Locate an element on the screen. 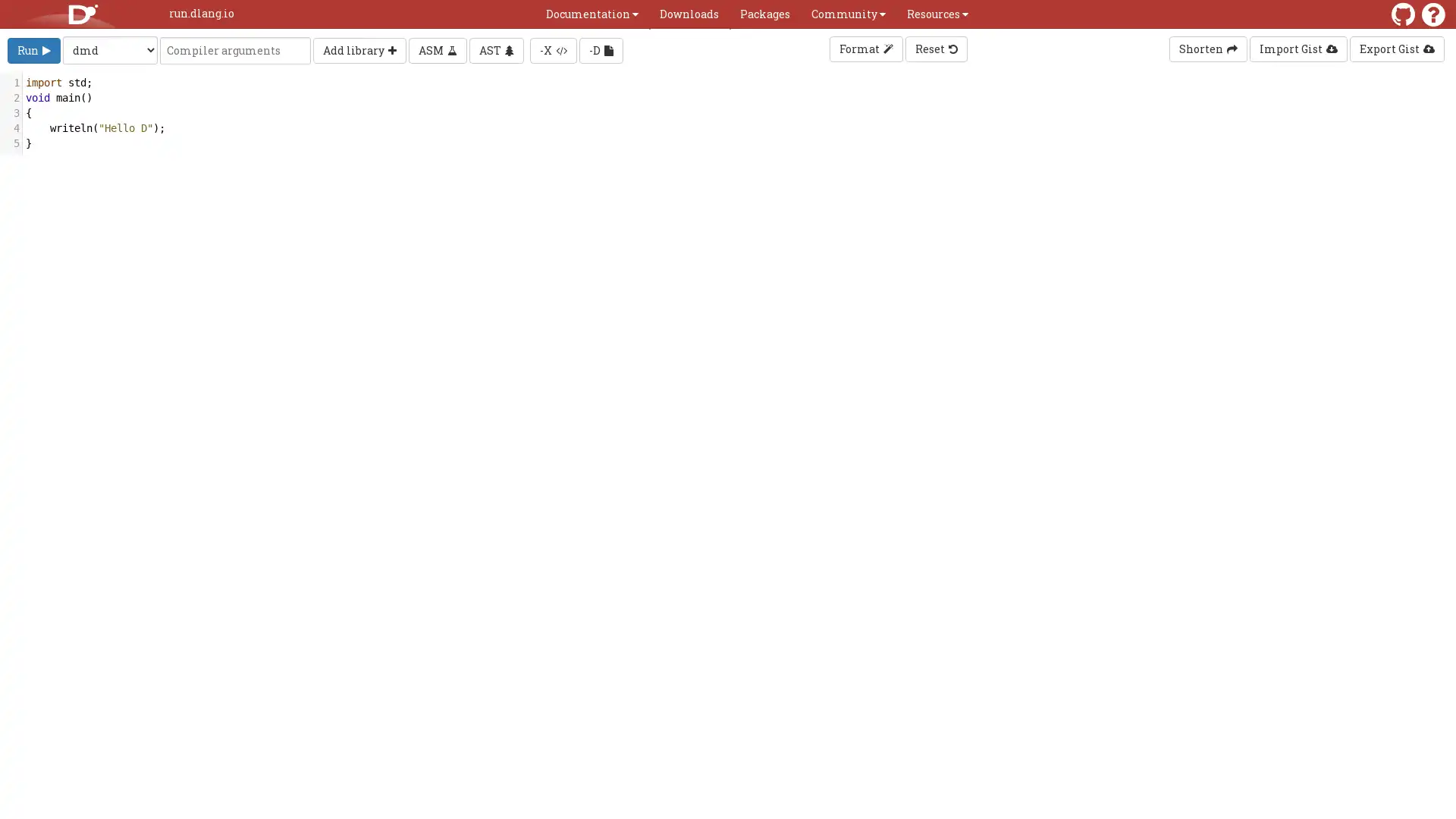 Image resolution: width=1456 pixels, height=819 pixels. Run is located at coordinates (33, 49).